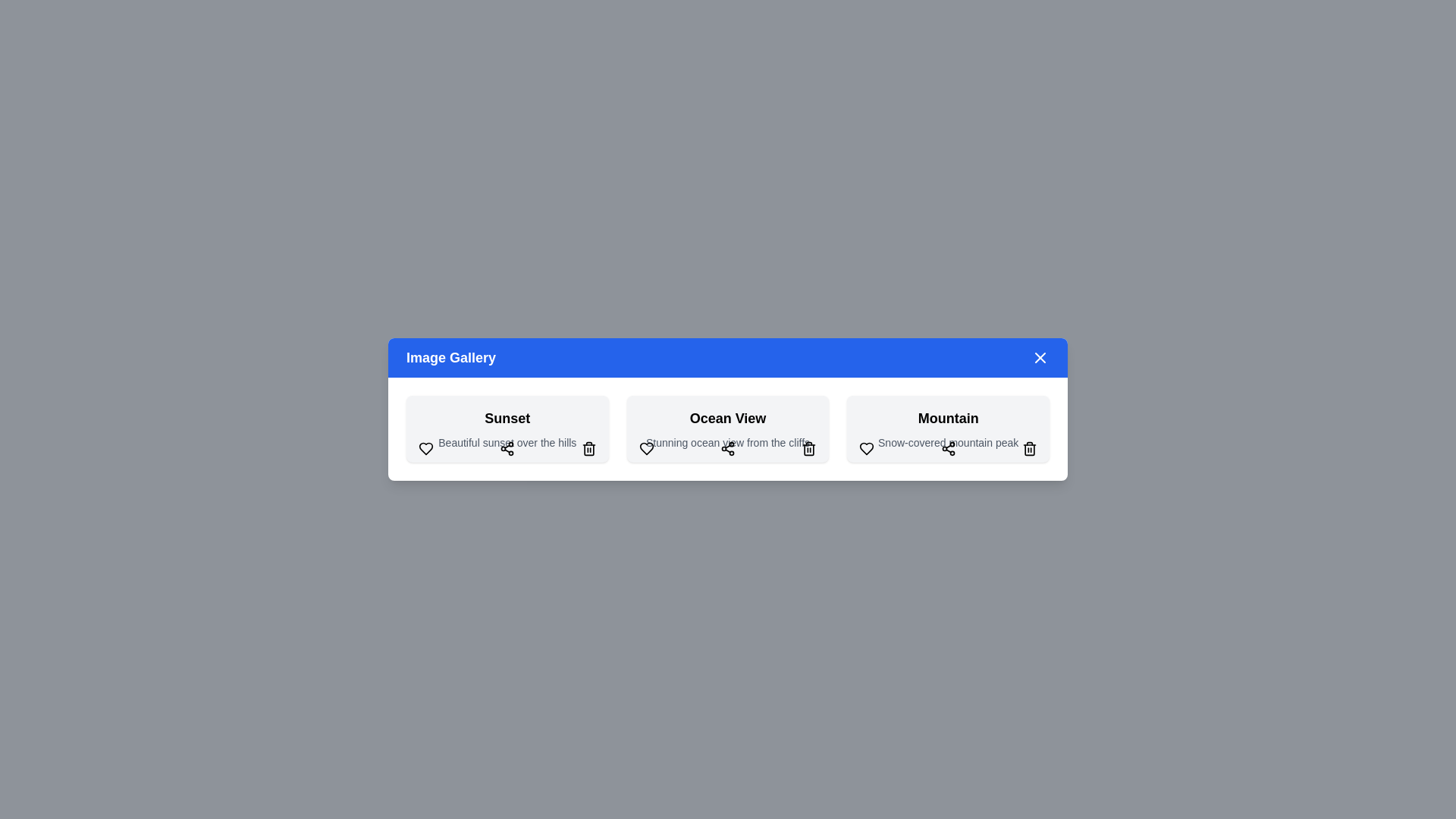  What do you see at coordinates (946, 447) in the screenshot?
I see `the share button for the Mountain image` at bounding box center [946, 447].